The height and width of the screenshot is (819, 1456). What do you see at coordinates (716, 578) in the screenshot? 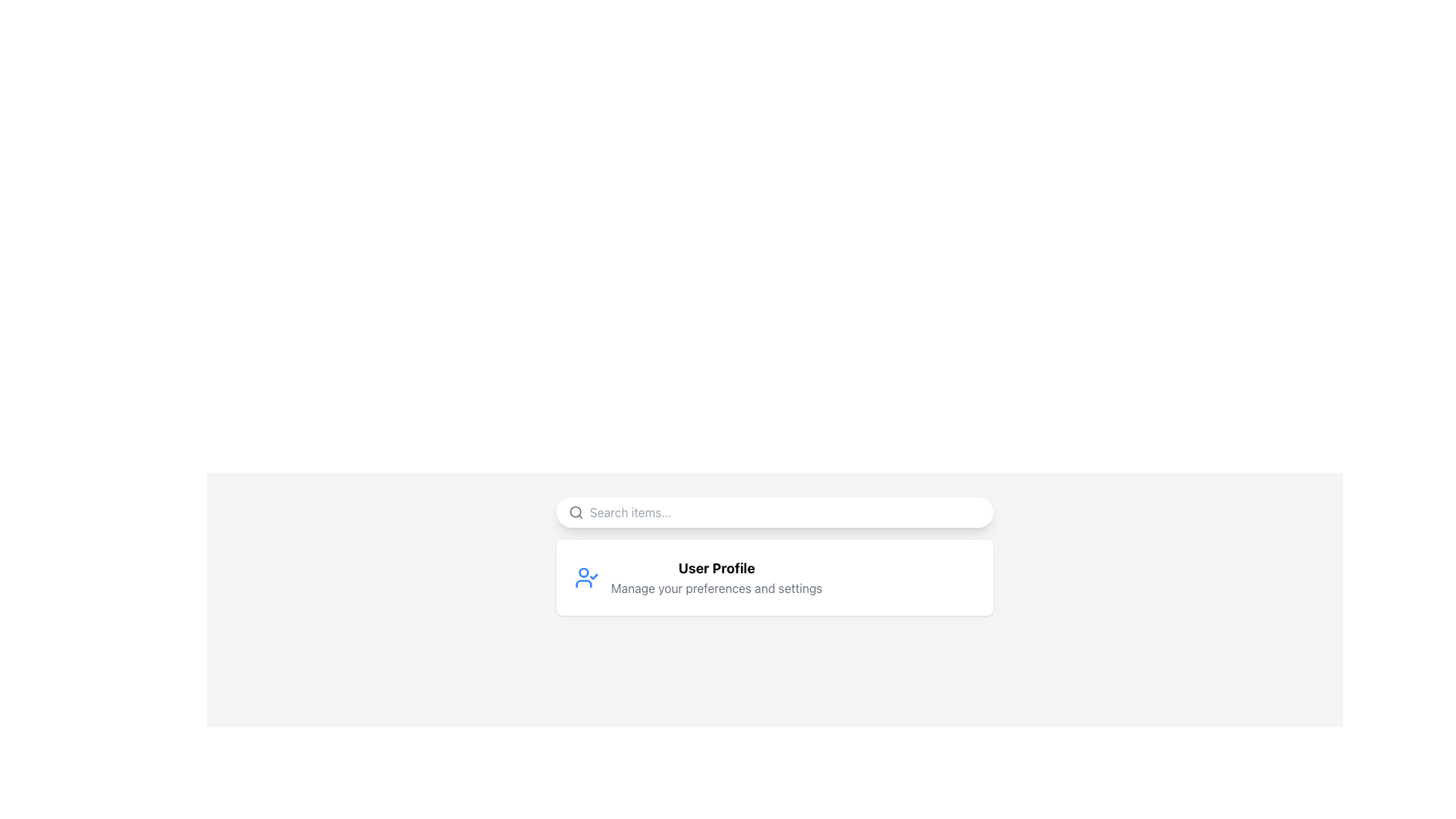
I see `the 'User Profile' text label displaying 'Manage your preferences and settings'` at bounding box center [716, 578].